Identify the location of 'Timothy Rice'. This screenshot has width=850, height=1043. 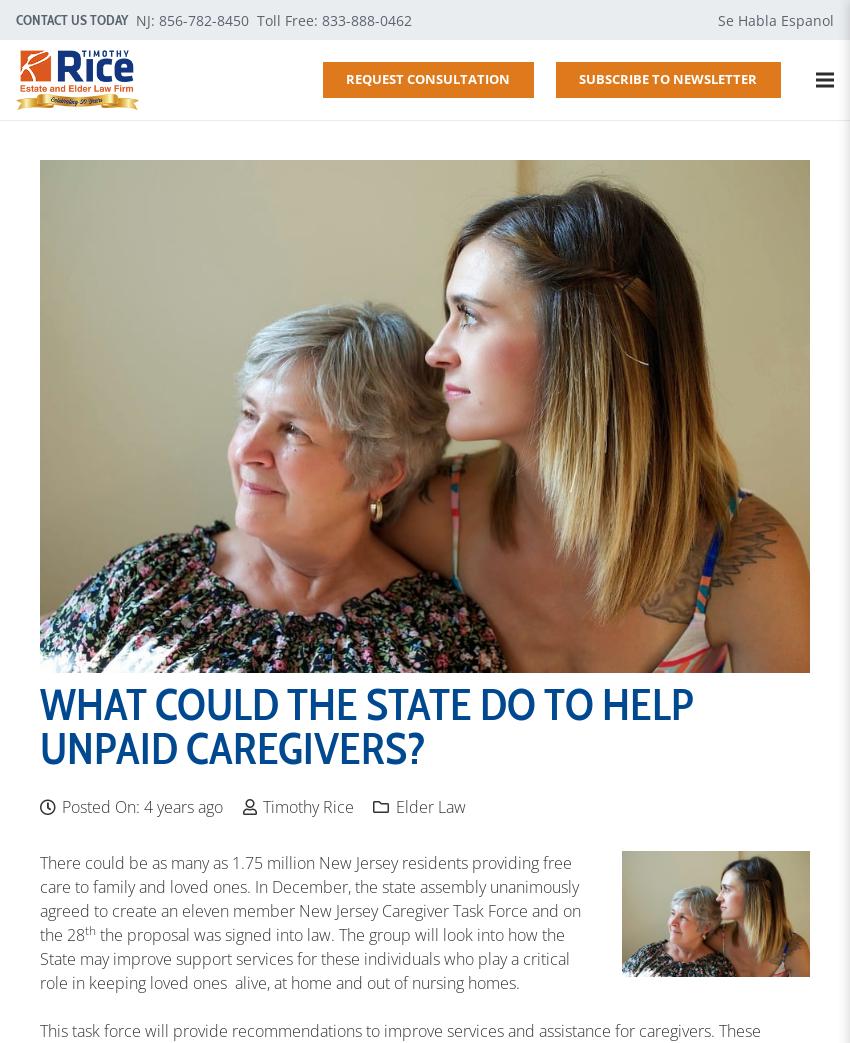
(307, 805).